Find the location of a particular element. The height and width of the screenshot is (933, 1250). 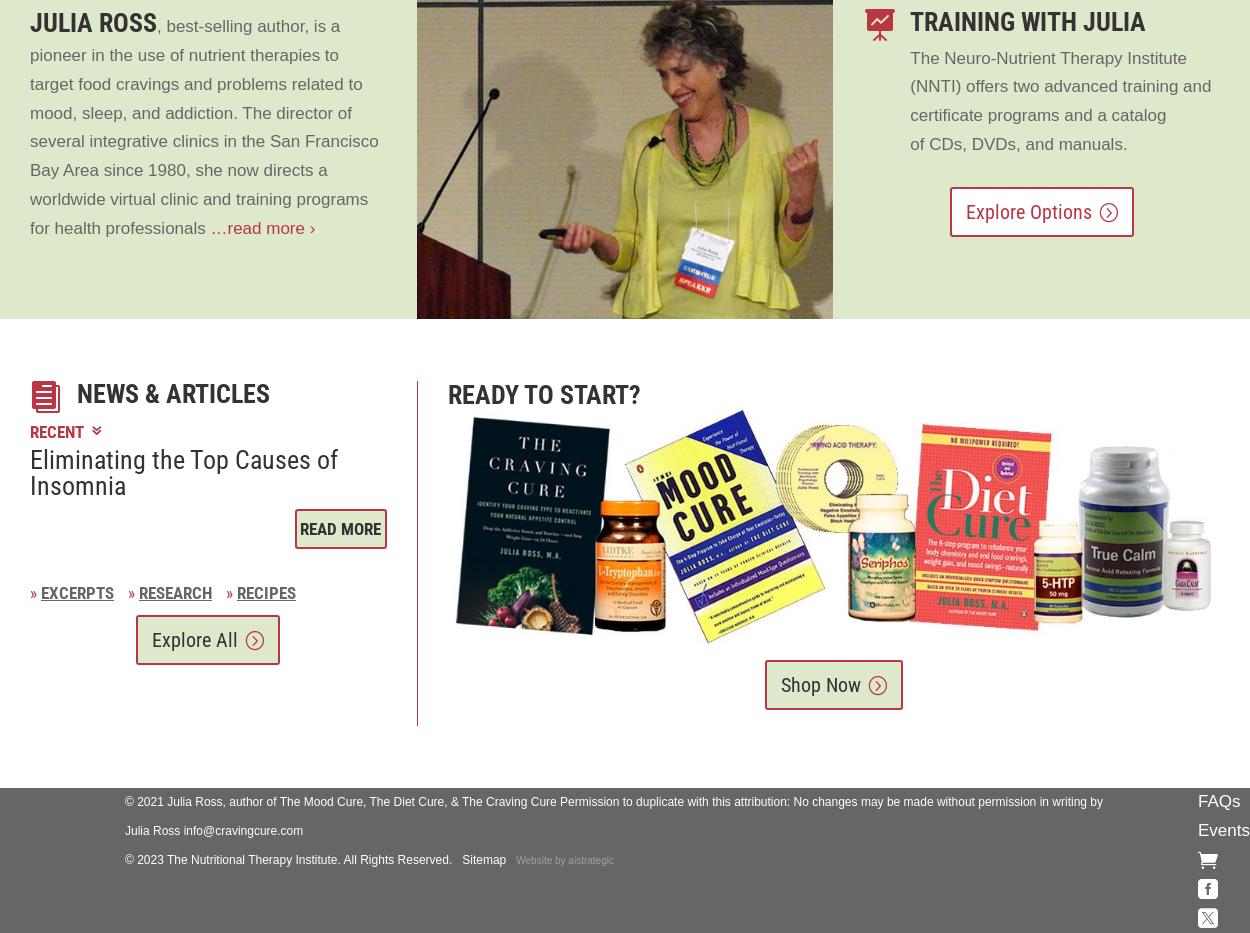

'FAQs' is located at coordinates (1218, 801).